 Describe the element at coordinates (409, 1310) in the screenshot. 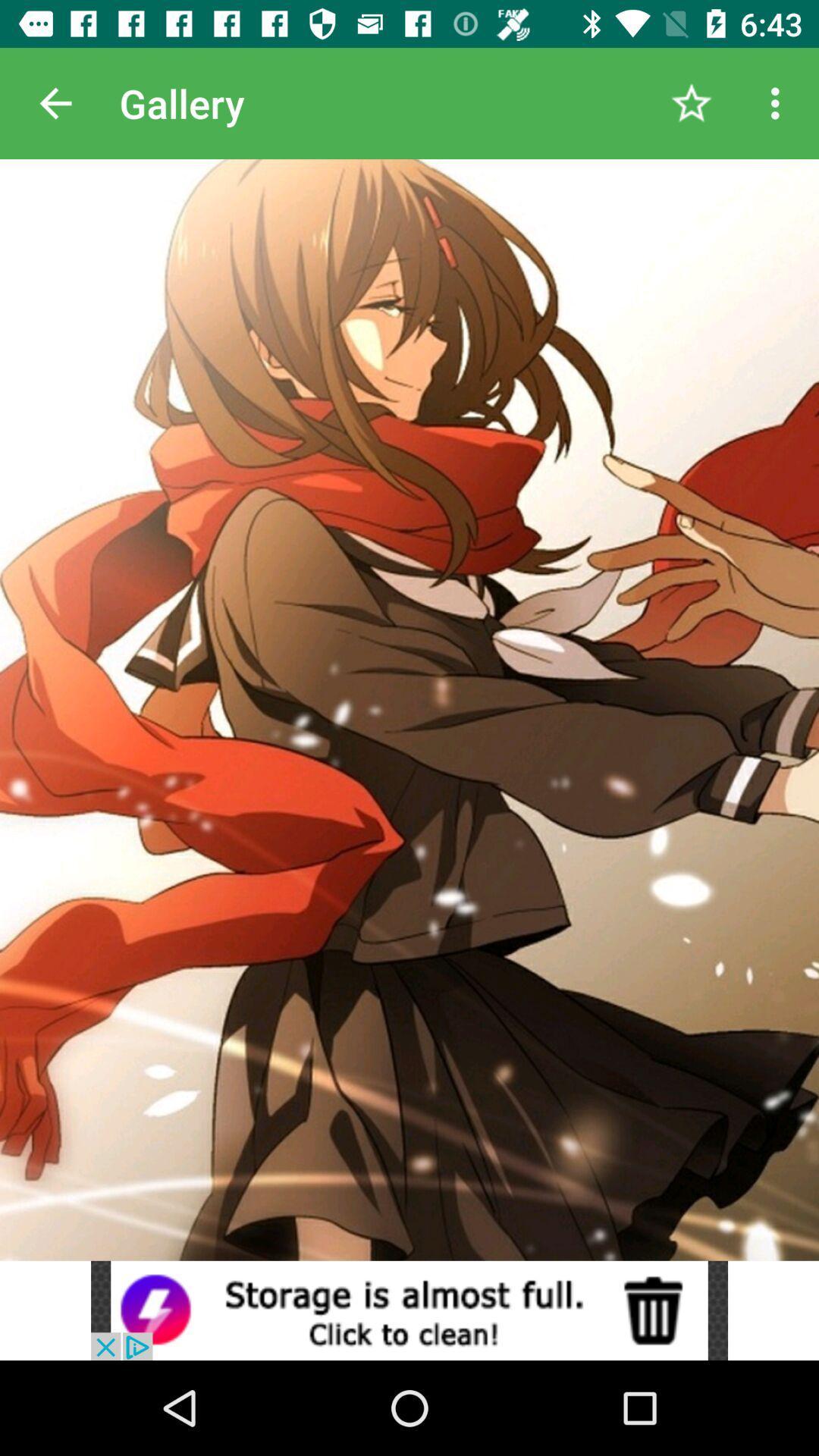

I see `click the advertisement` at that location.